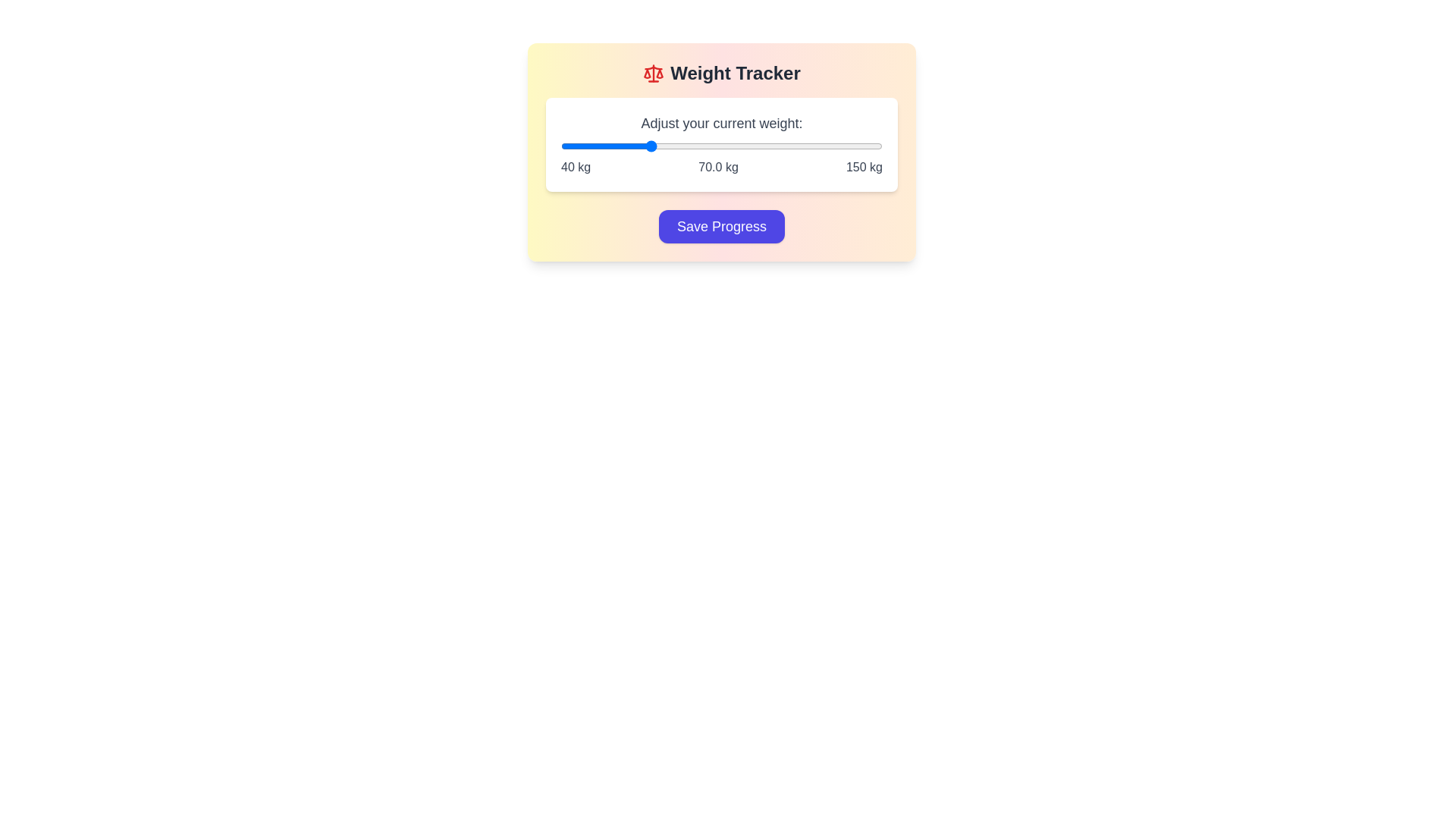  I want to click on the weight slider to 142 kg, so click(859, 146).